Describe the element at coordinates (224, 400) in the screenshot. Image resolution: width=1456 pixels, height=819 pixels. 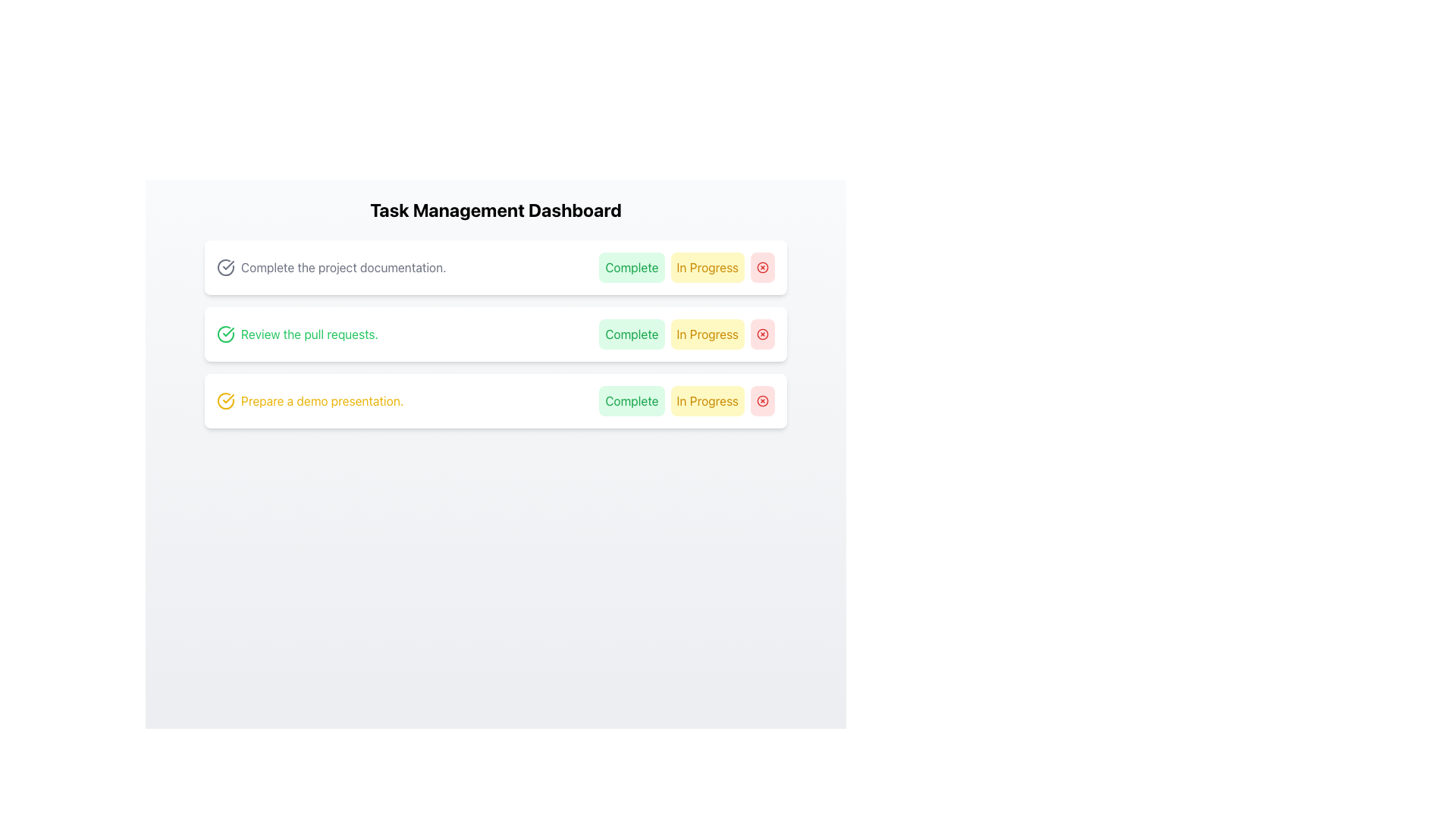
I see `the upper portion of the circular border in the checkmark icon next to the text 'Prepare a demo presentation.' which indicates a completed task` at that location.